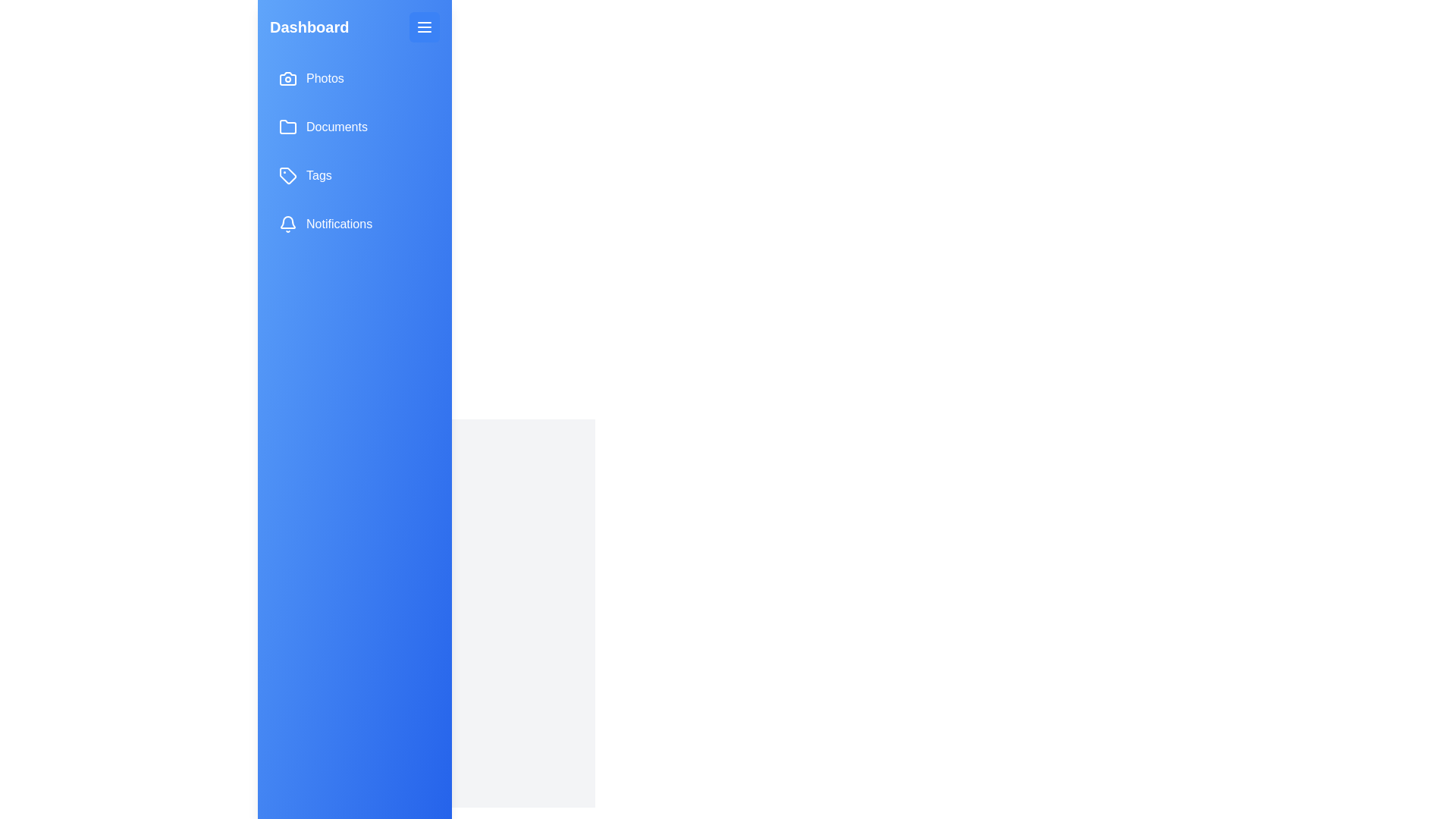 This screenshot has width=1456, height=819. Describe the element at coordinates (287, 224) in the screenshot. I see `the icon next to the menu item Notifications` at that location.